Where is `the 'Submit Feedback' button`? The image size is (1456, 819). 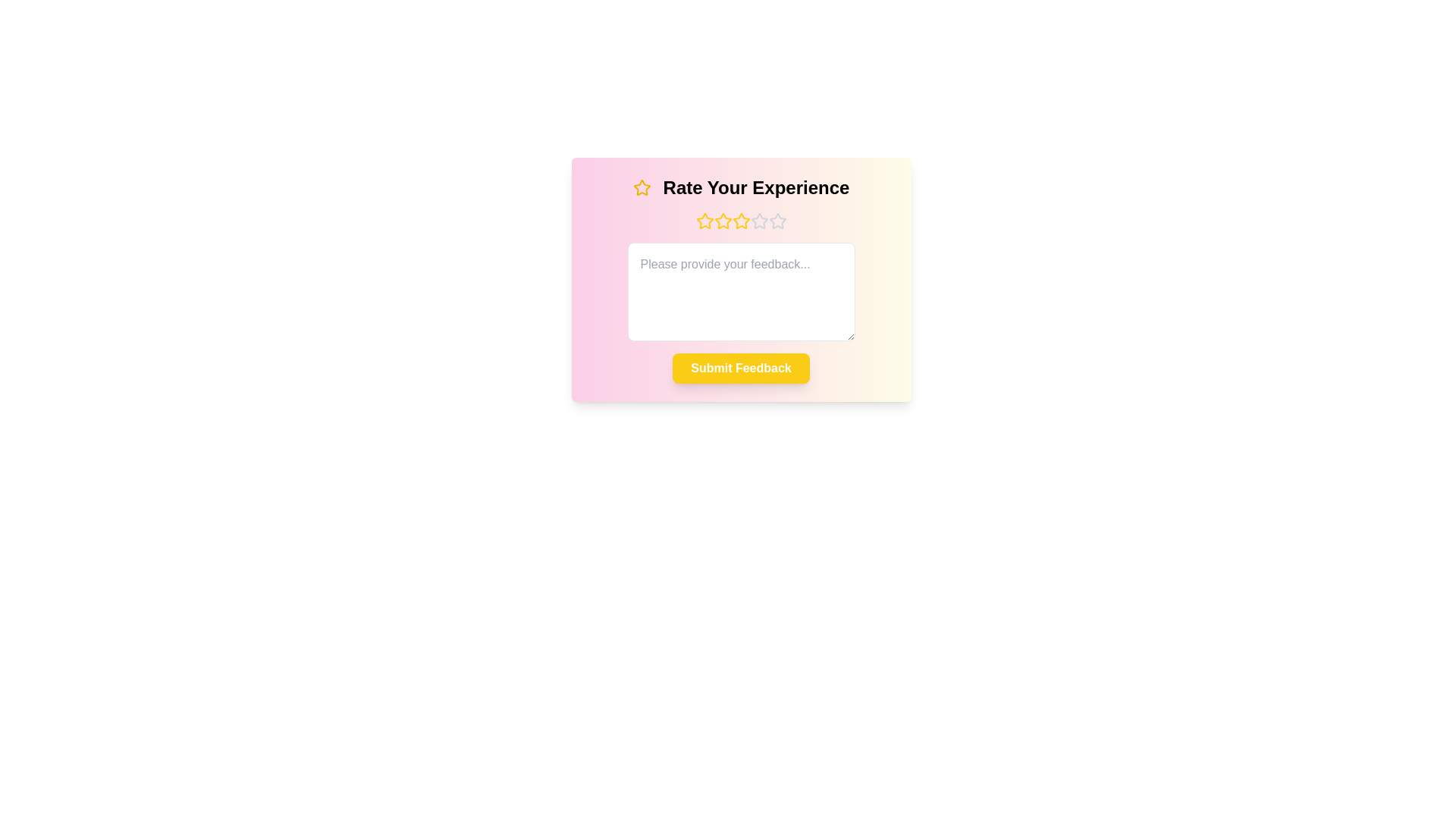
the 'Submit Feedback' button is located at coordinates (741, 369).